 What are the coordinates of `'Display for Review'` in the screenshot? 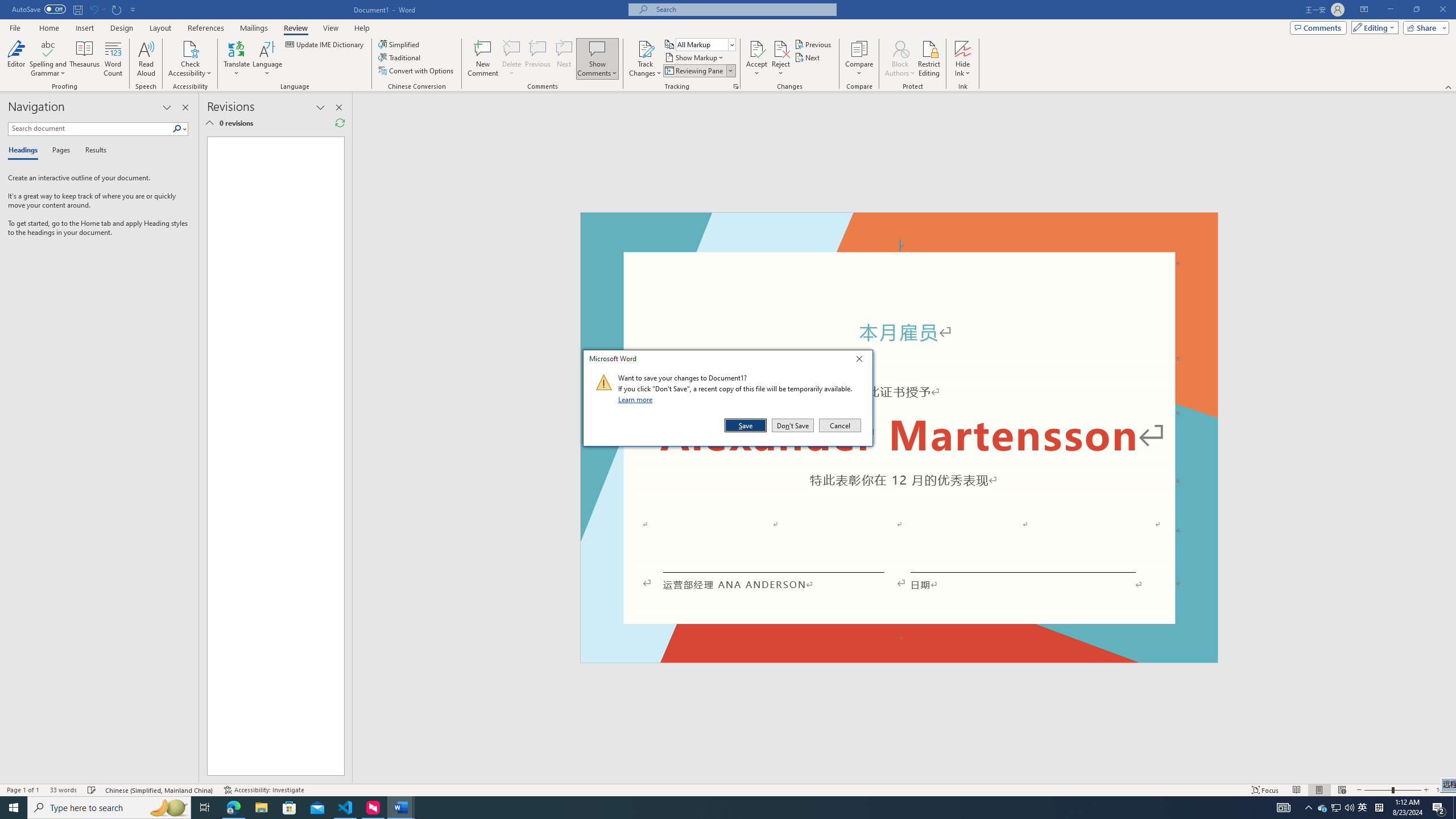 It's located at (705, 44).